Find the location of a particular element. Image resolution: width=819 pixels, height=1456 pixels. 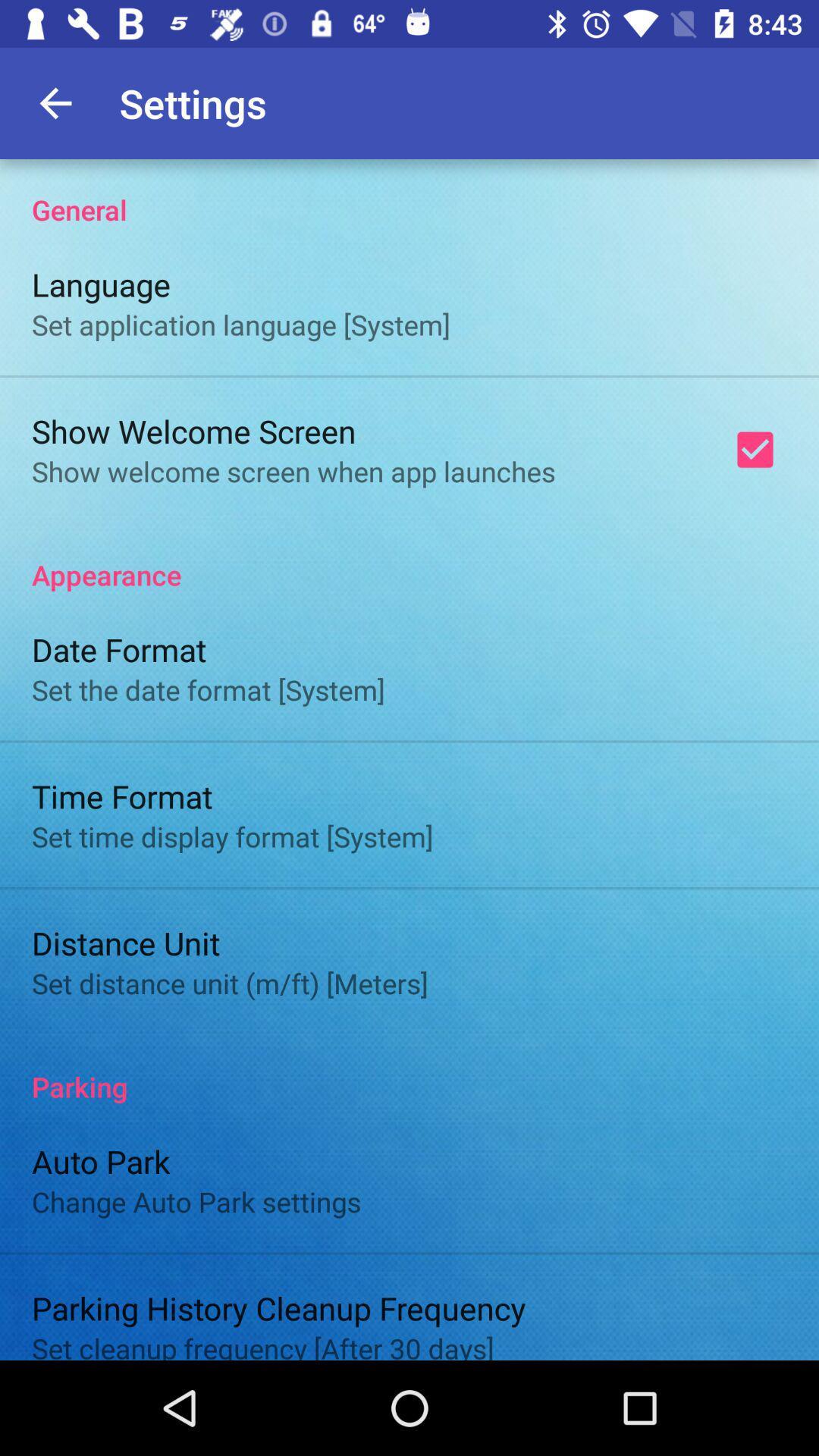

the set application language item is located at coordinates (240, 324).